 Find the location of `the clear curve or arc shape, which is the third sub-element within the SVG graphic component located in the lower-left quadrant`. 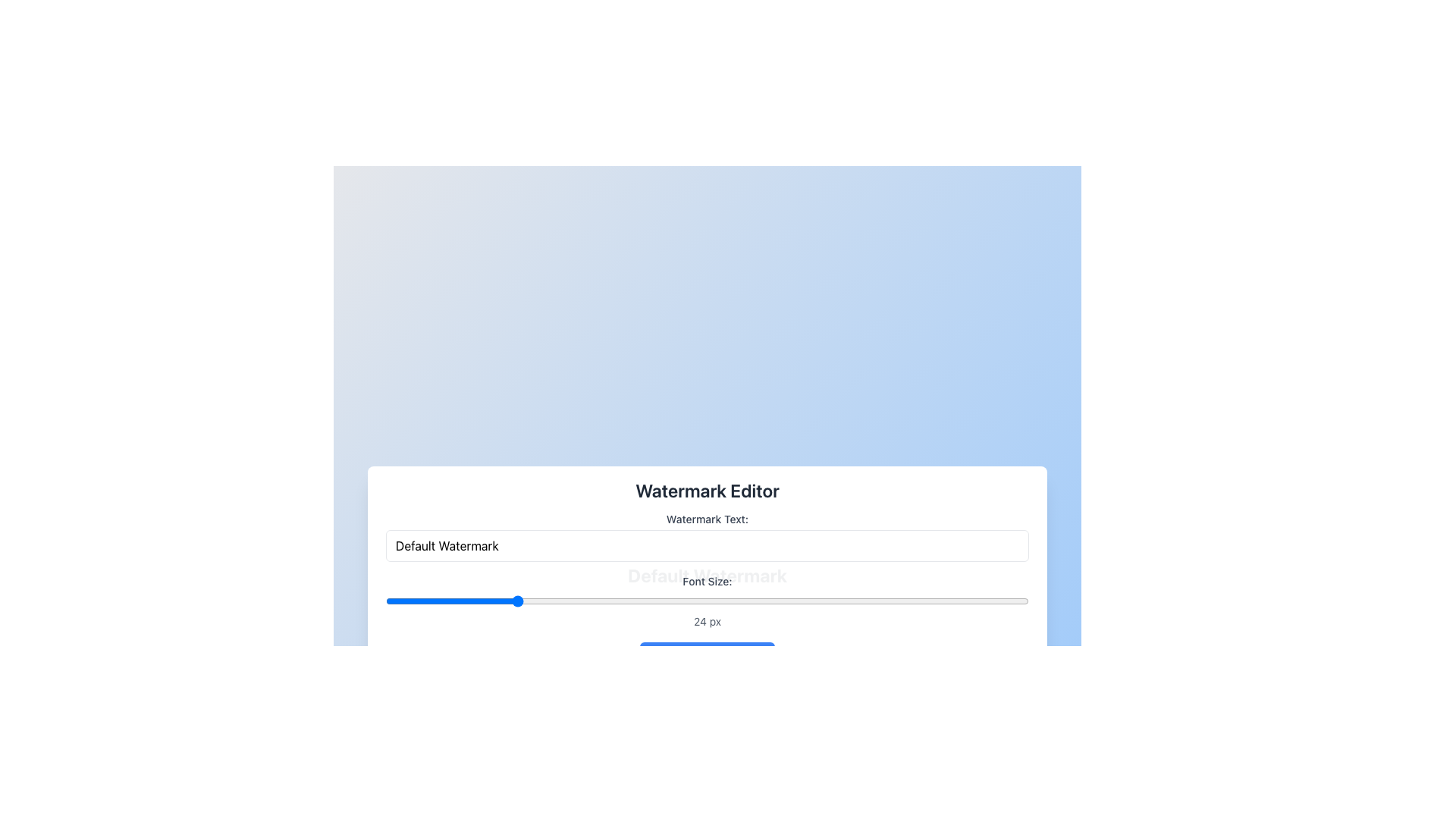

the clear curve or arc shape, which is the third sub-element within the SVG graphic component located in the lower-left quadrant is located at coordinates (658, 657).